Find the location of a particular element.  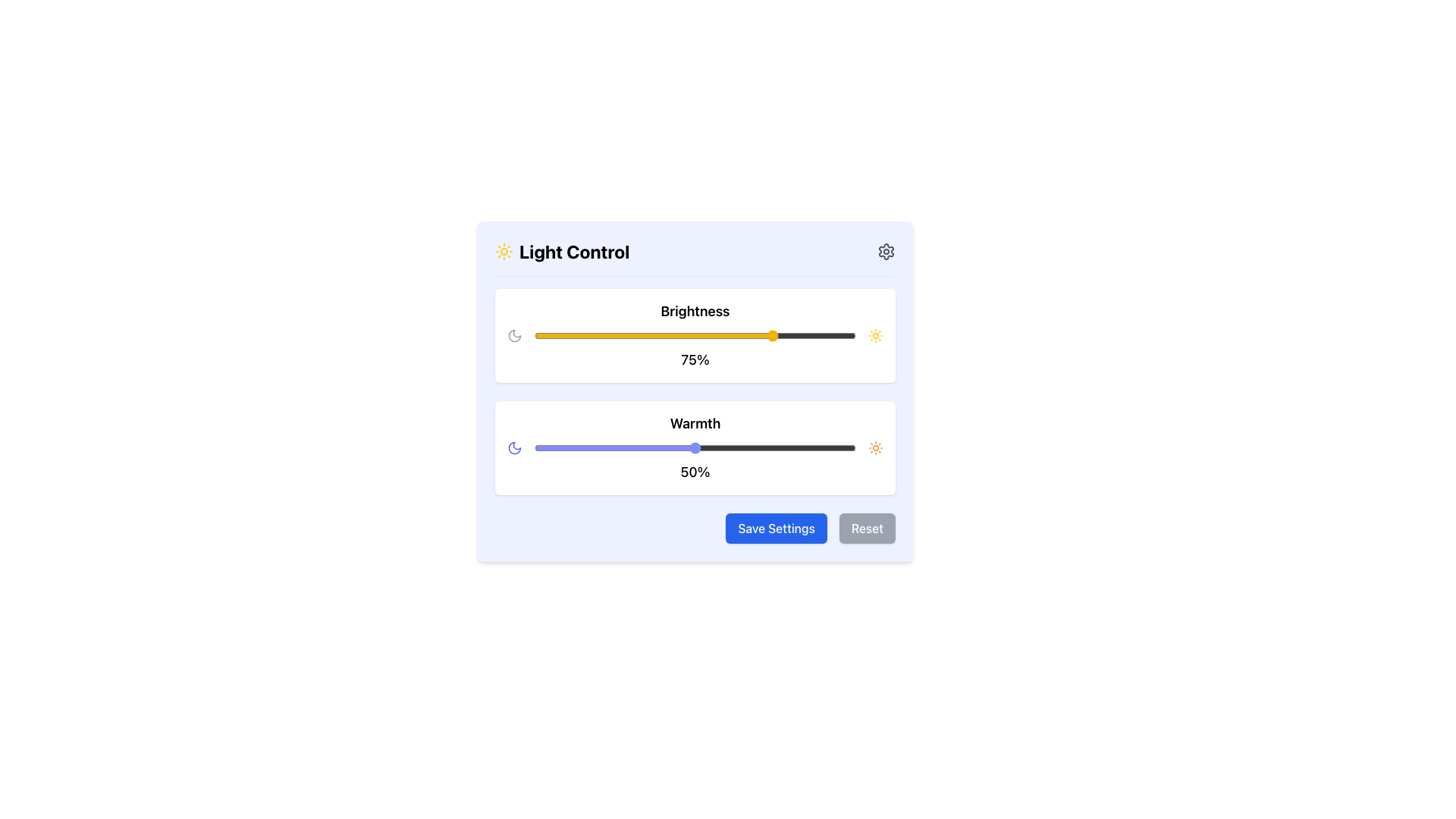

warmth is located at coordinates (698, 447).